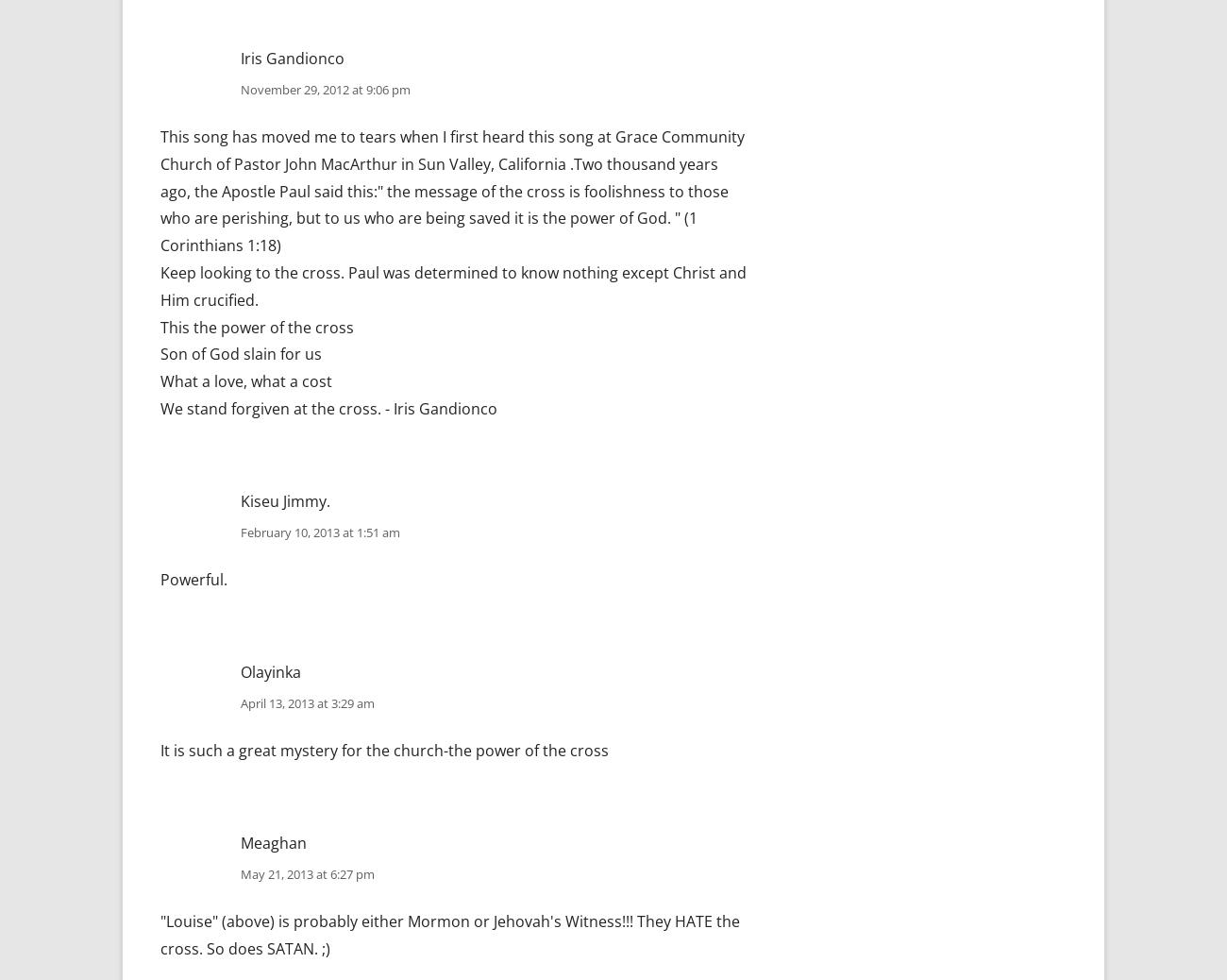  Describe the element at coordinates (240, 872) in the screenshot. I see `'May 21, 2013 at 6:27 pm'` at that location.